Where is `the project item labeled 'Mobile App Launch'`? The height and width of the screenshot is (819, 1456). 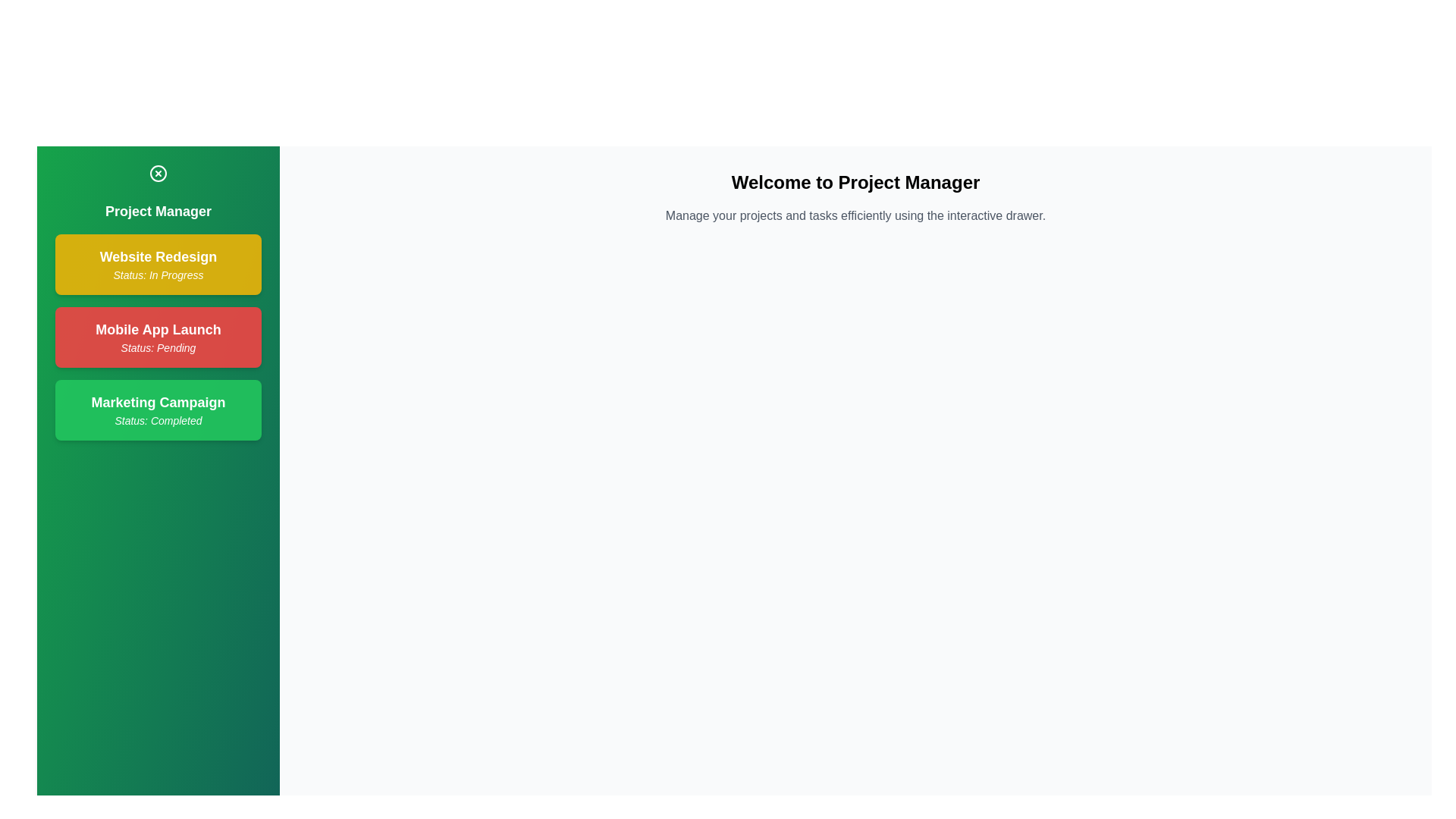
the project item labeled 'Mobile App Launch' is located at coordinates (158, 336).